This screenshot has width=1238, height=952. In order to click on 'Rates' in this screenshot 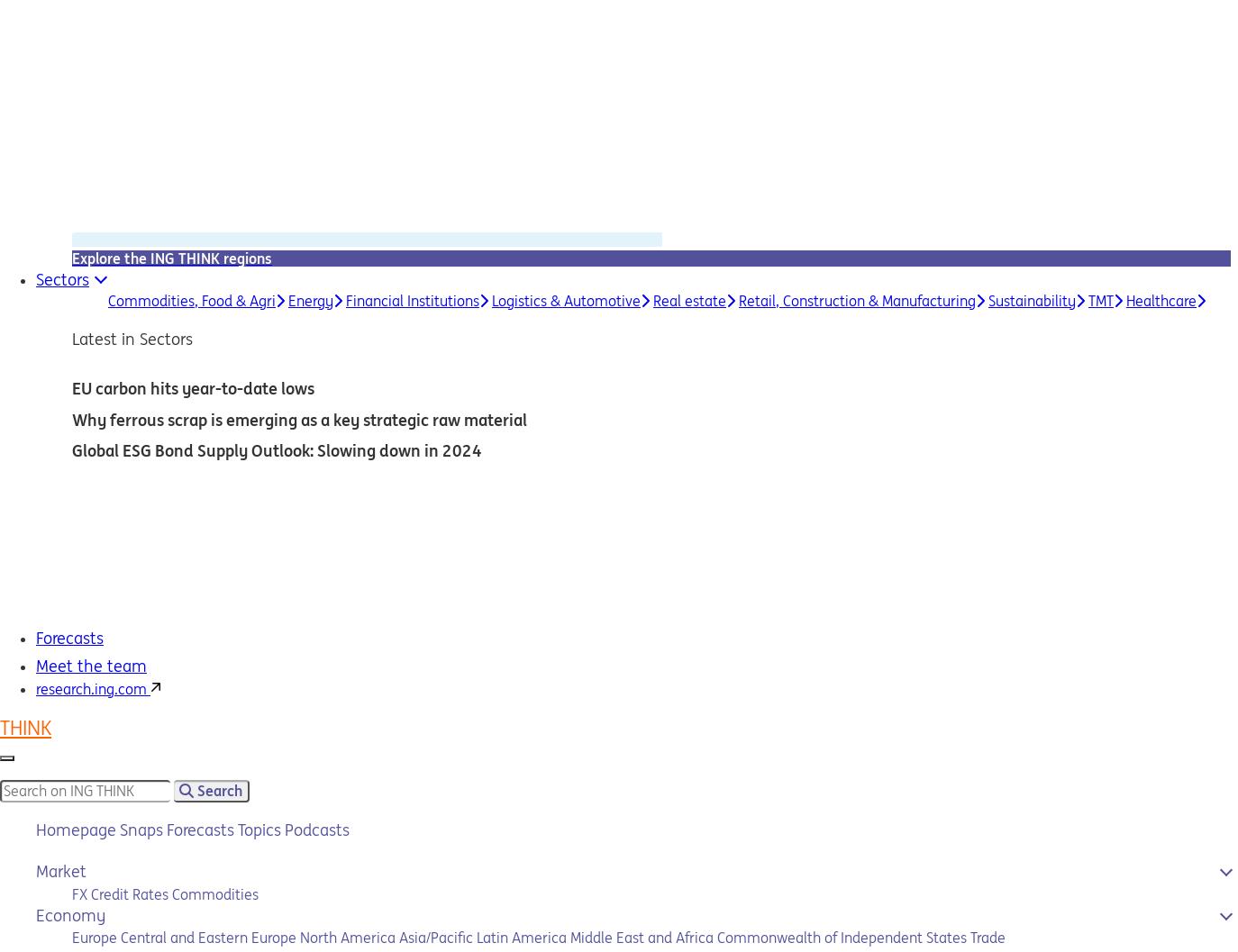, I will do `click(149, 892)`.